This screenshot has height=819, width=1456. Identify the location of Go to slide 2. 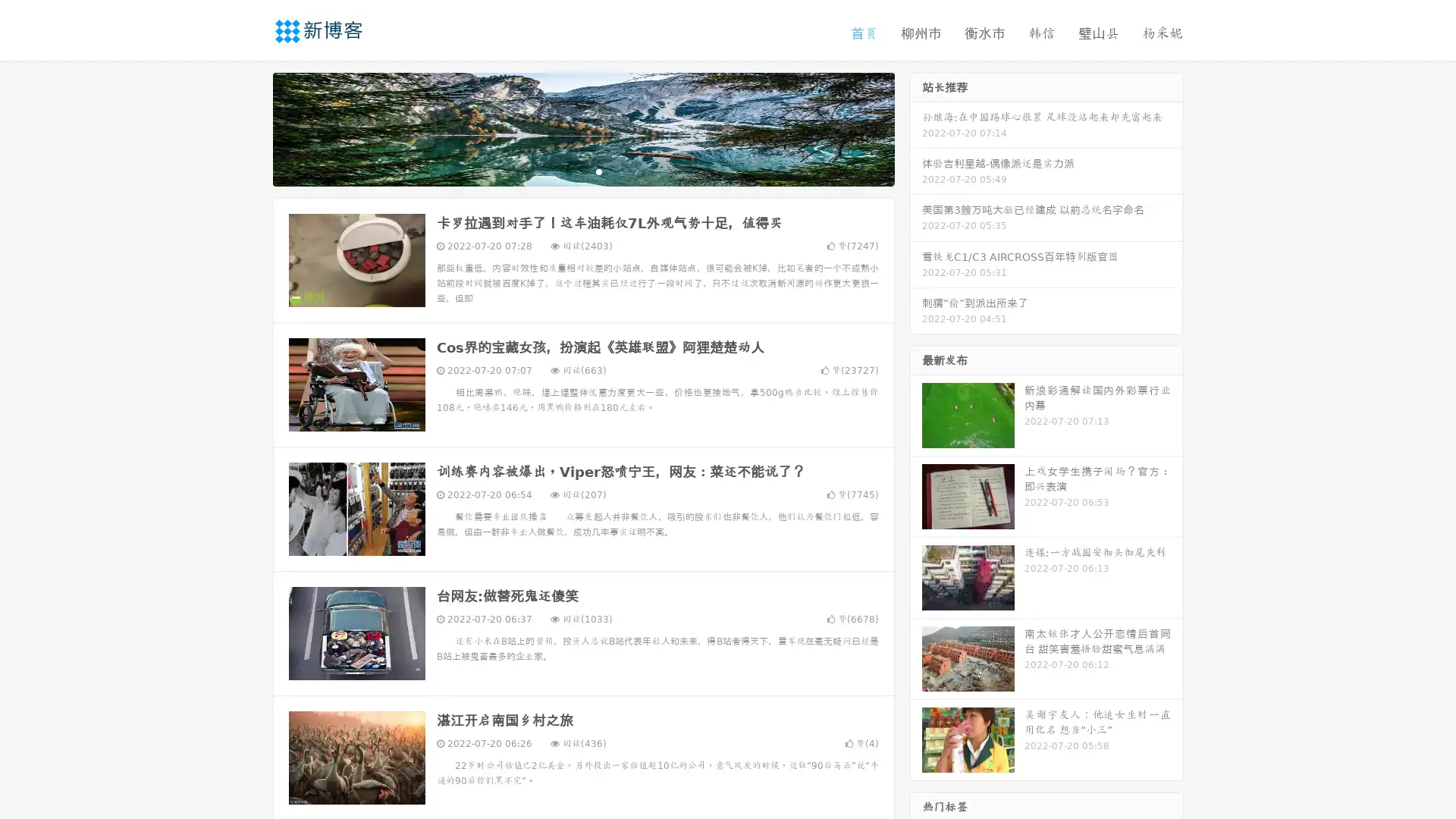
(582, 171).